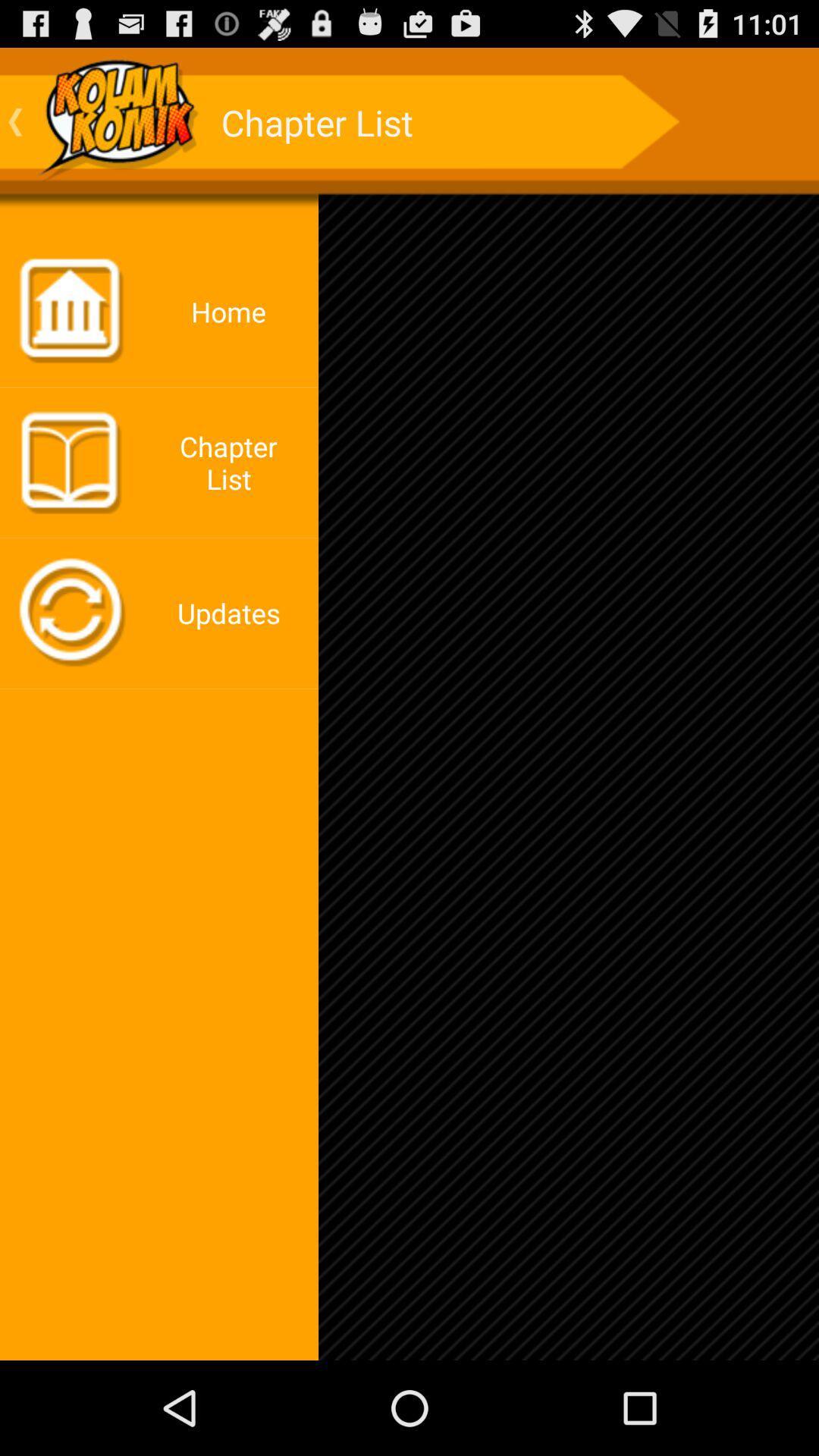  What do you see at coordinates (409, 703) in the screenshot?
I see `the icon at the center` at bounding box center [409, 703].